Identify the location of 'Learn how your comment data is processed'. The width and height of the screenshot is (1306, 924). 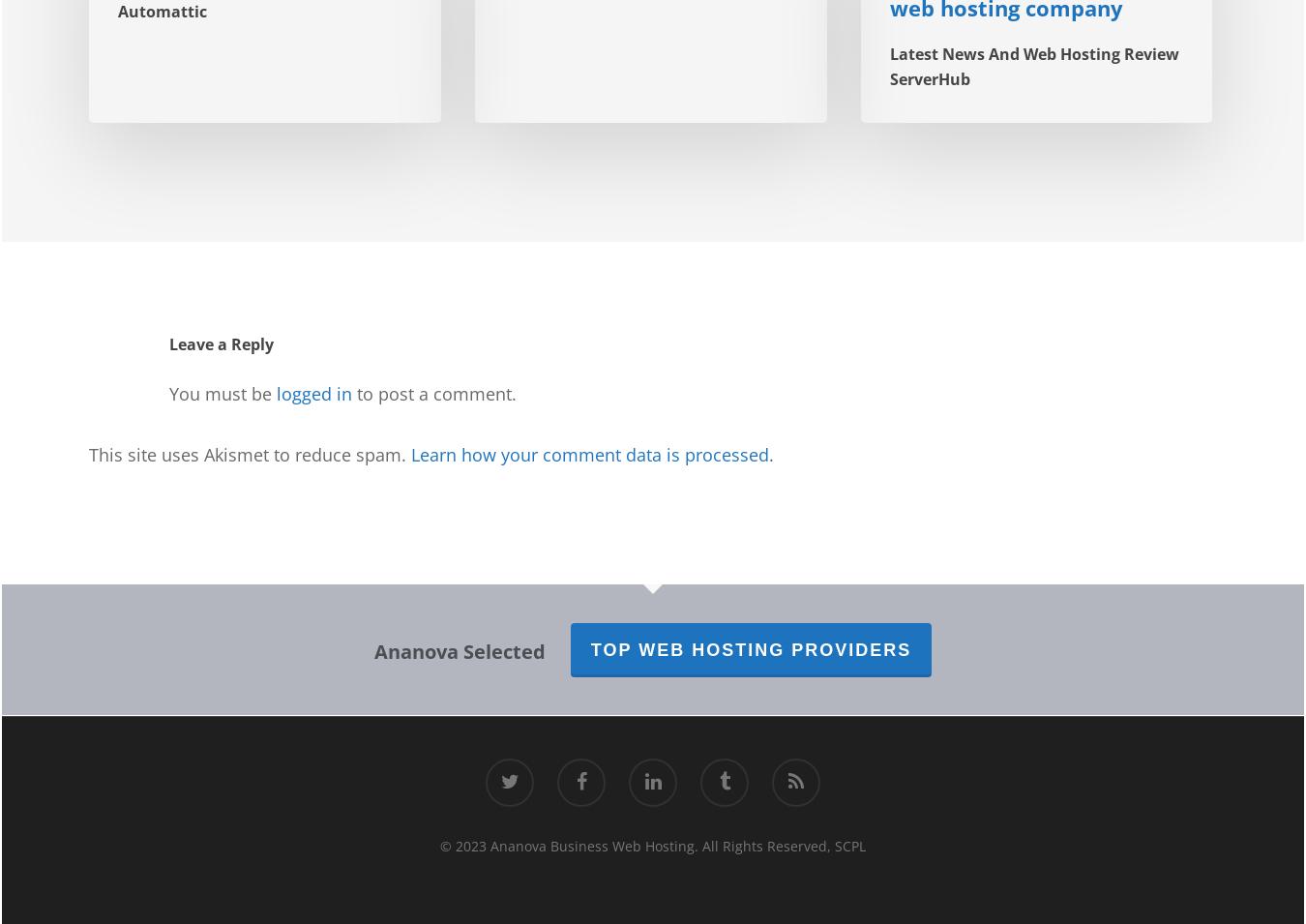
(590, 453).